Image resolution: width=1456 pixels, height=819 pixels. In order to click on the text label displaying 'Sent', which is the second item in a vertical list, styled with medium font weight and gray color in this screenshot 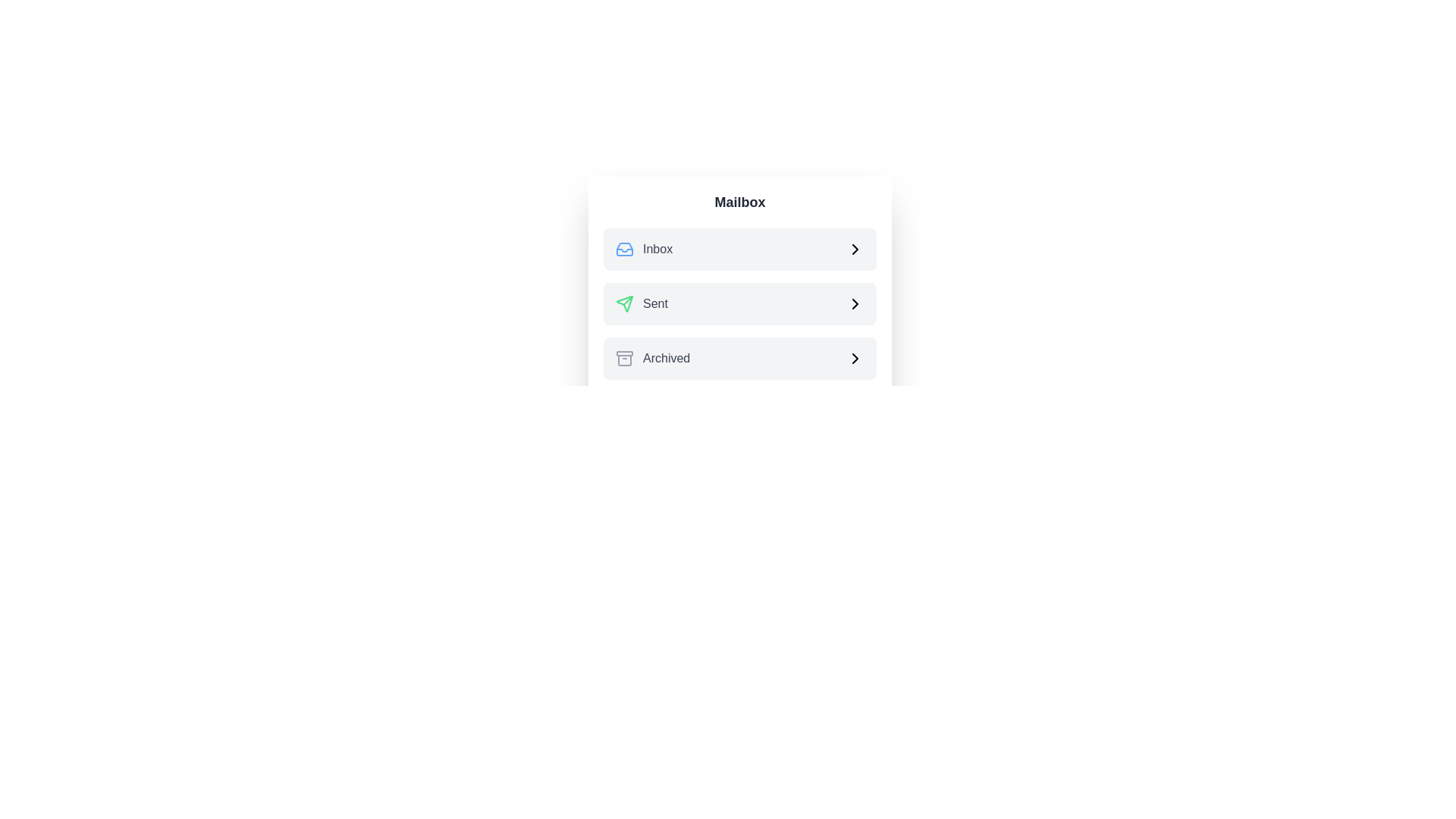, I will do `click(655, 304)`.